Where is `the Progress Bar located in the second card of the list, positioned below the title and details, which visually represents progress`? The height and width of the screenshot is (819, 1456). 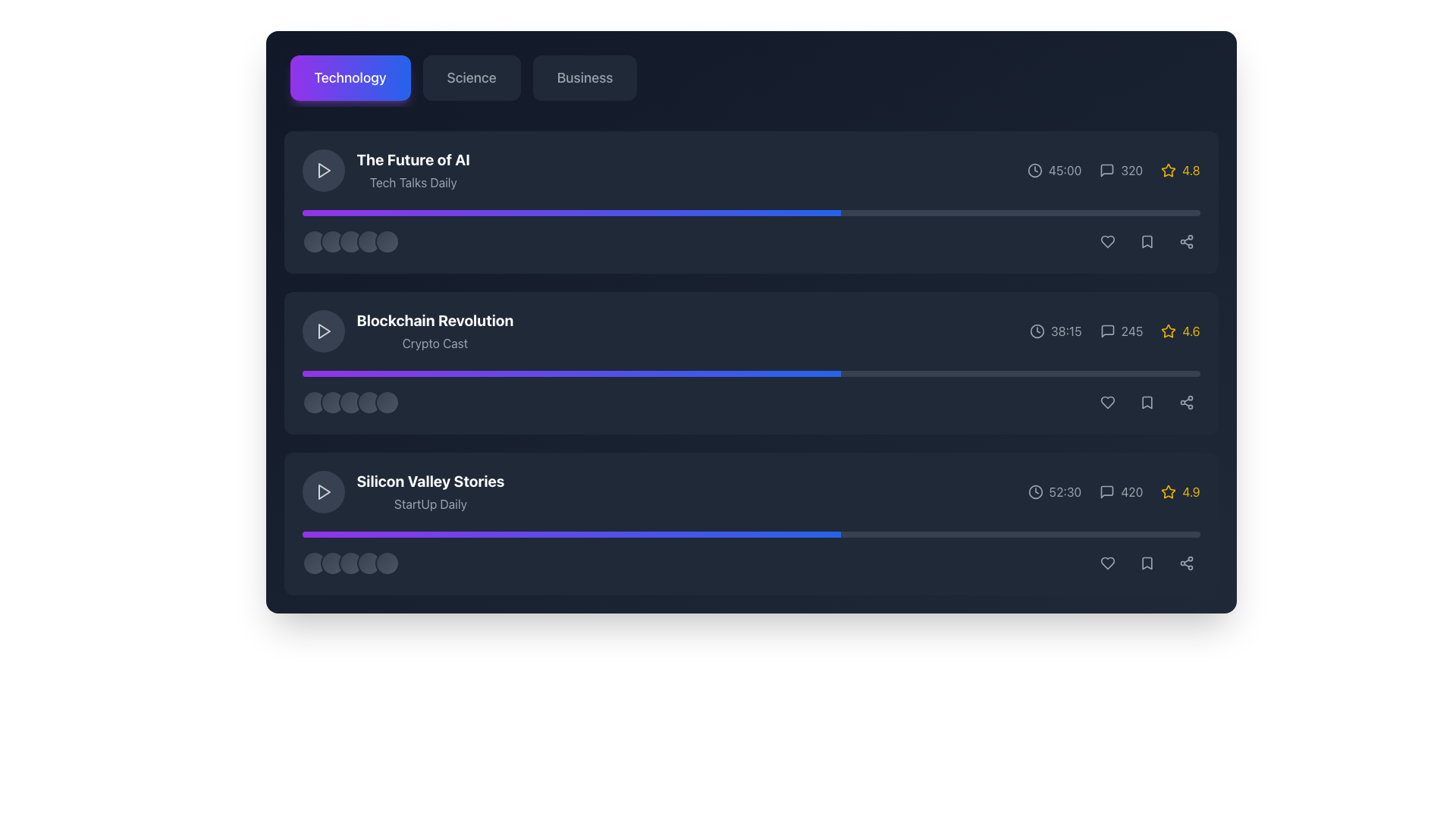
the Progress Bar located in the second card of the list, positioned below the title and details, which visually represents progress is located at coordinates (751, 374).